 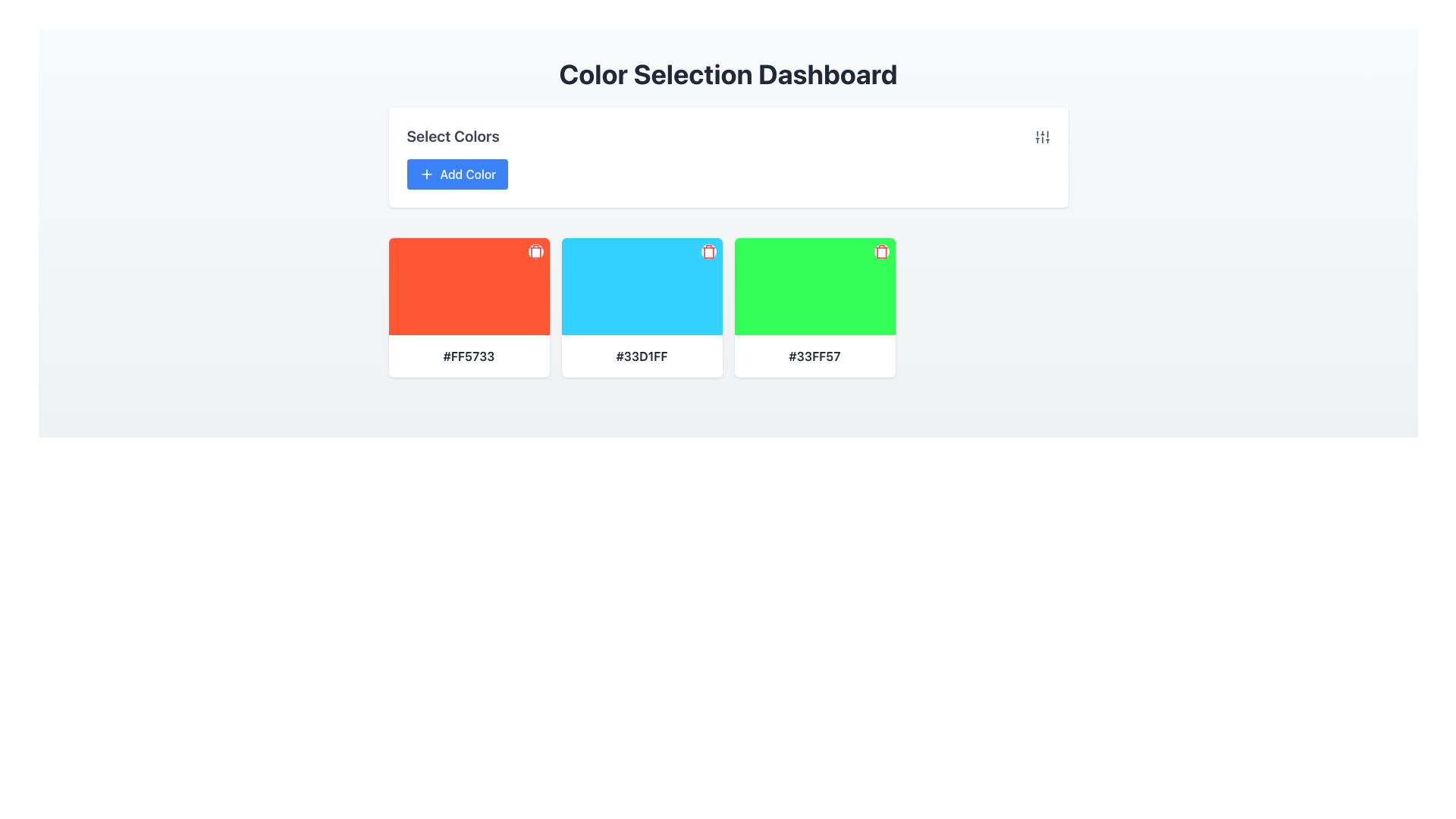 What do you see at coordinates (535, 250) in the screenshot?
I see `the delete button located at the top-right corner of the card with color '#FF5733'` at bounding box center [535, 250].